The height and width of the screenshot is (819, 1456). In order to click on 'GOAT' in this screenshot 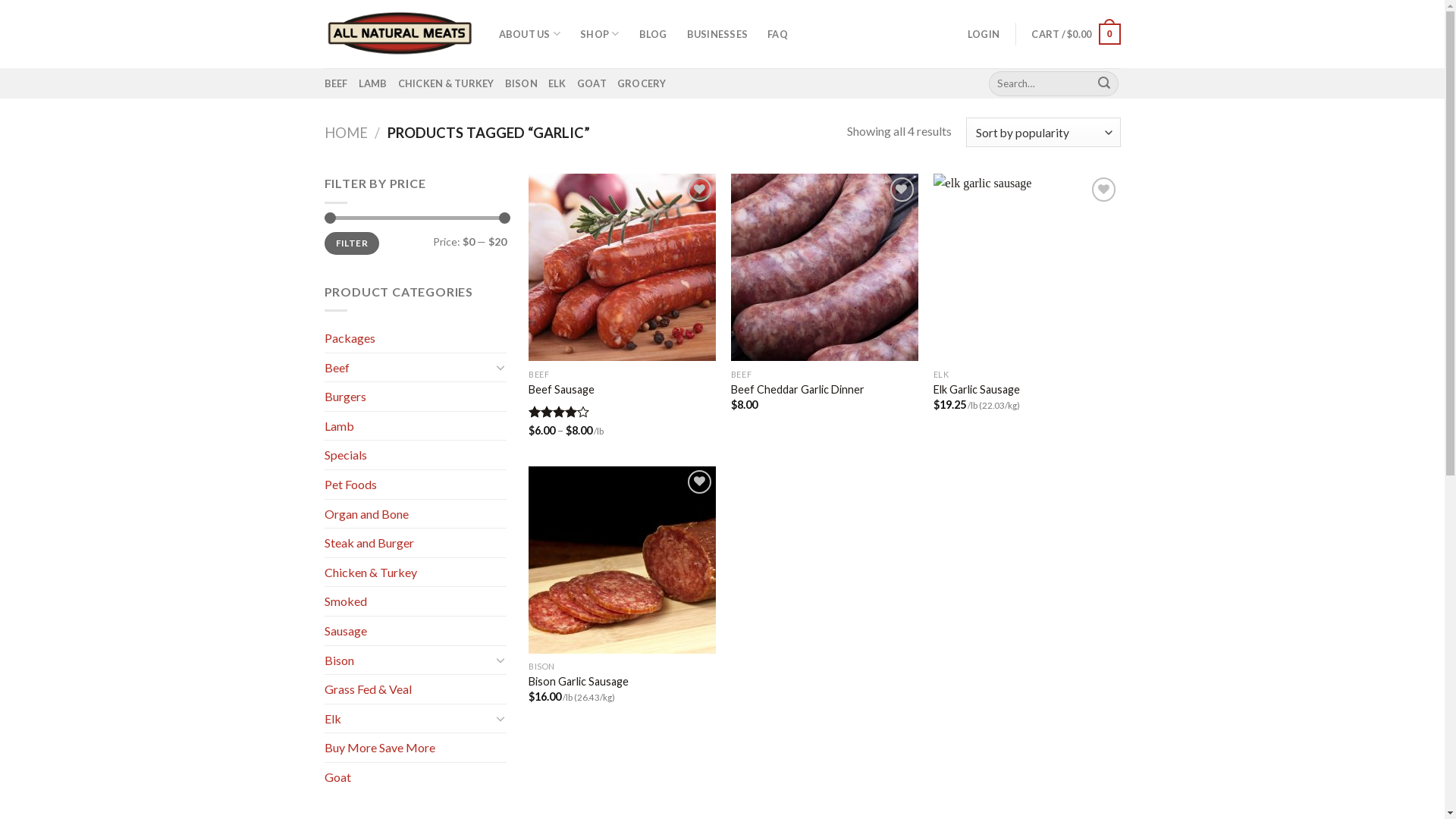, I will do `click(591, 83)`.